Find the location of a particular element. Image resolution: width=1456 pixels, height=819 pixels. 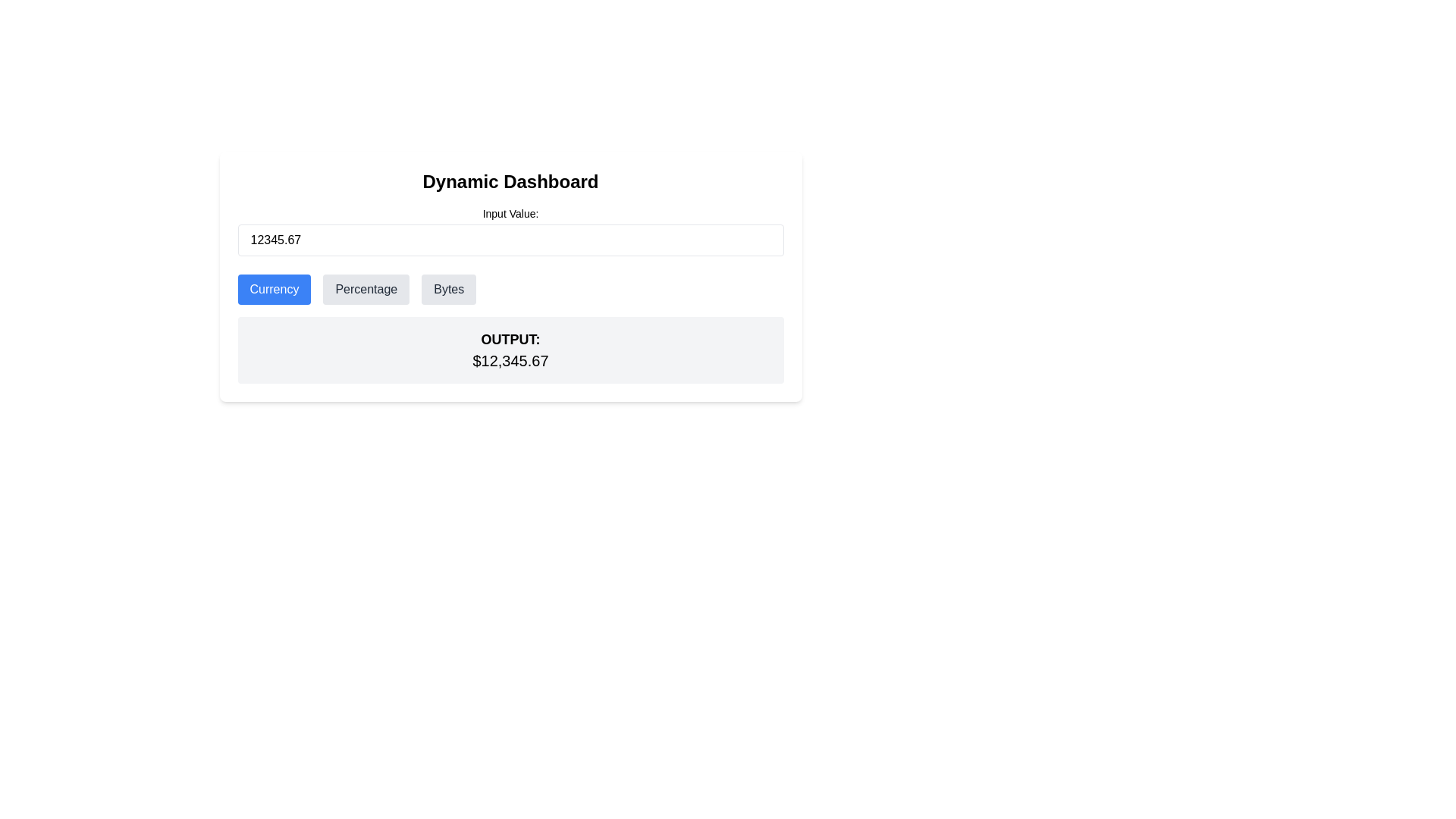

the number input field displaying '12345.67' to focus it is located at coordinates (510, 239).